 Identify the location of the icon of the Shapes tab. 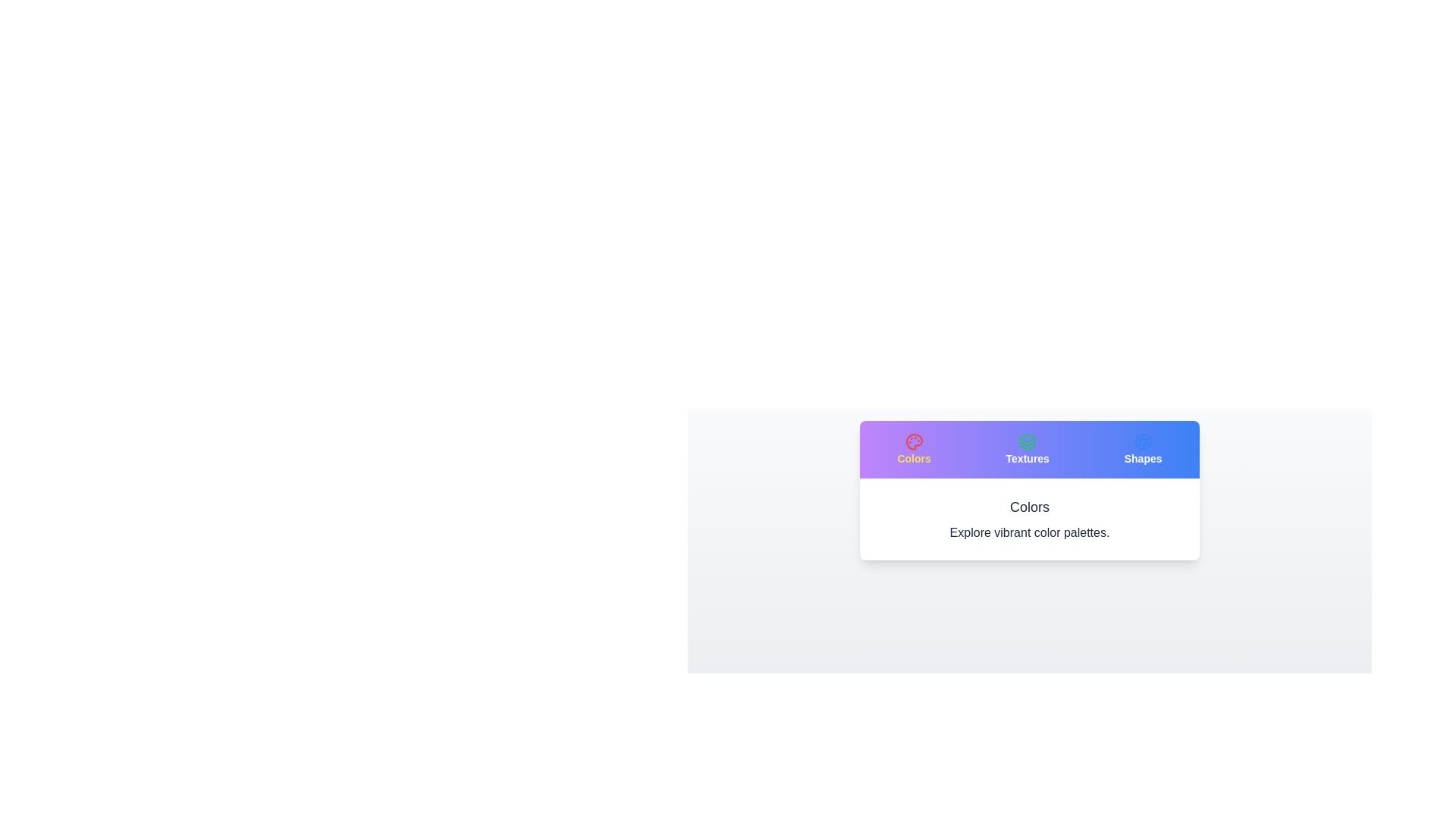
(1143, 449).